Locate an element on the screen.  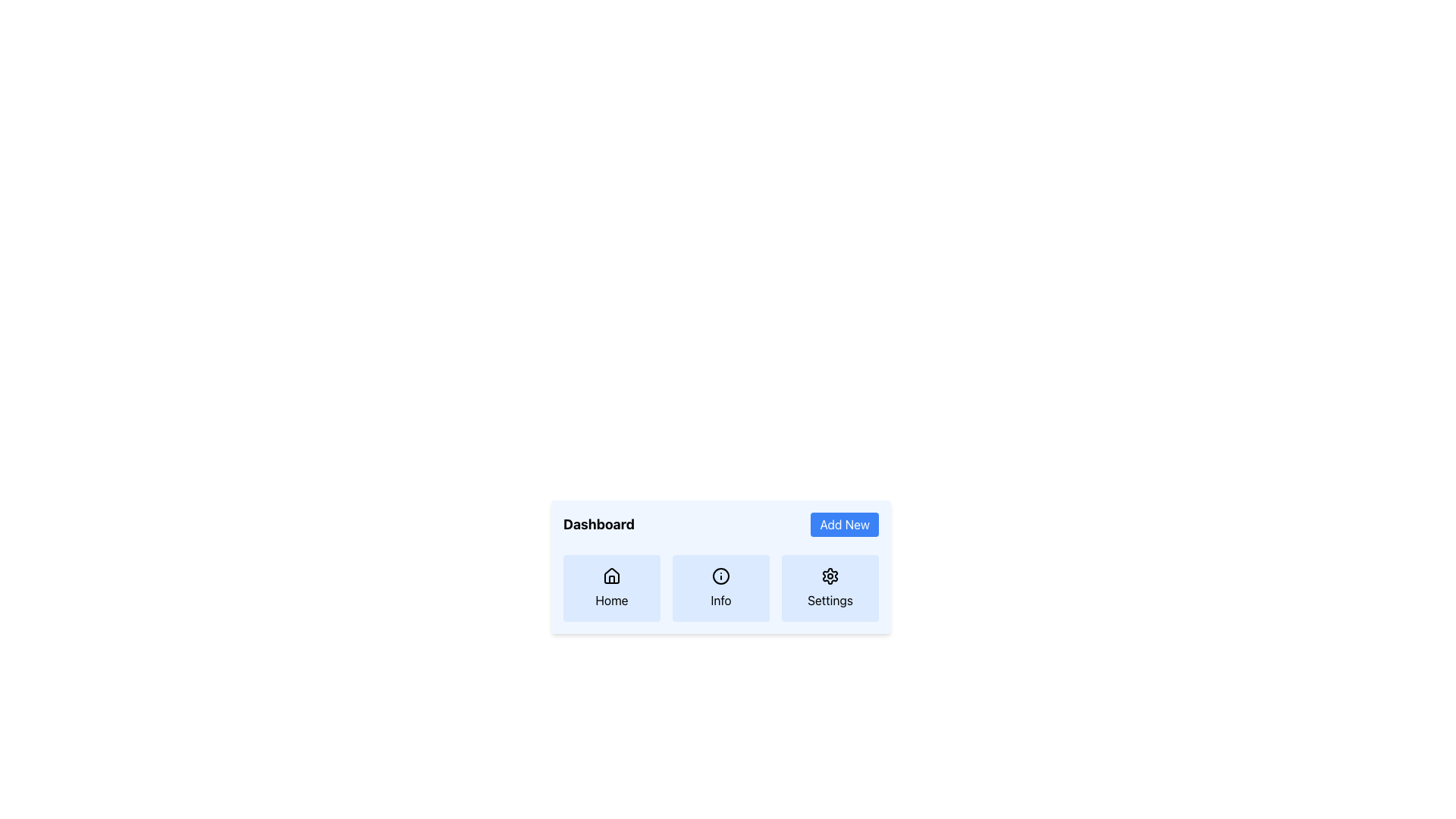
the 'Home' label, which is a textual label in bold or standard font located below a home icon within a blue panel with rounded corners is located at coordinates (611, 599).